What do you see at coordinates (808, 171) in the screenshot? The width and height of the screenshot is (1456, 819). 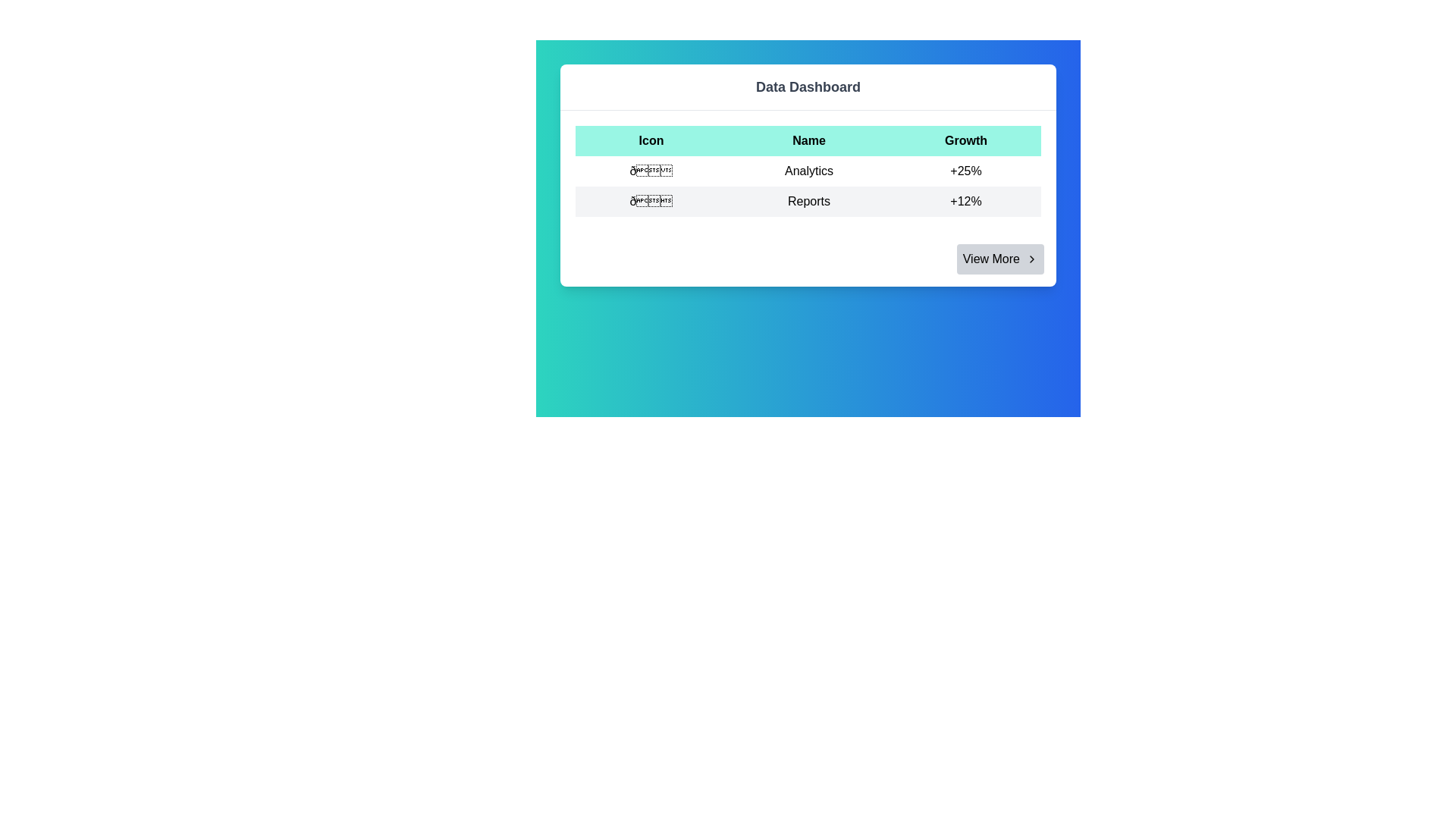 I see `the 'Analytics' text label in the second row under the 'Name' column of the Data Dashboard, which is adjacent to the analytics icon and the text '+25%'` at bounding box center [808, 171].